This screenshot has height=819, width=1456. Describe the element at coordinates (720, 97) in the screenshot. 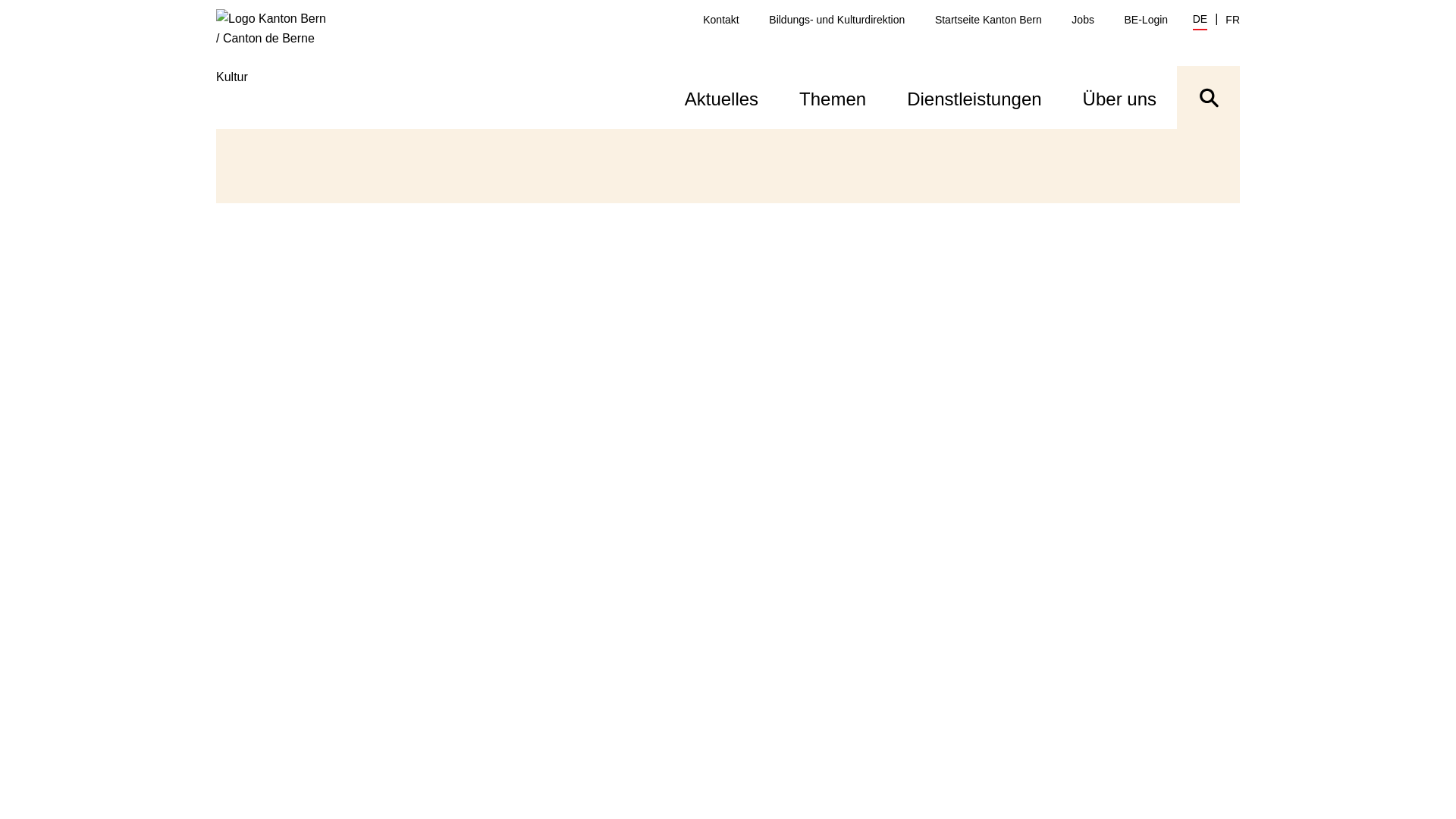

I see `'Aktuelles'` at that location.